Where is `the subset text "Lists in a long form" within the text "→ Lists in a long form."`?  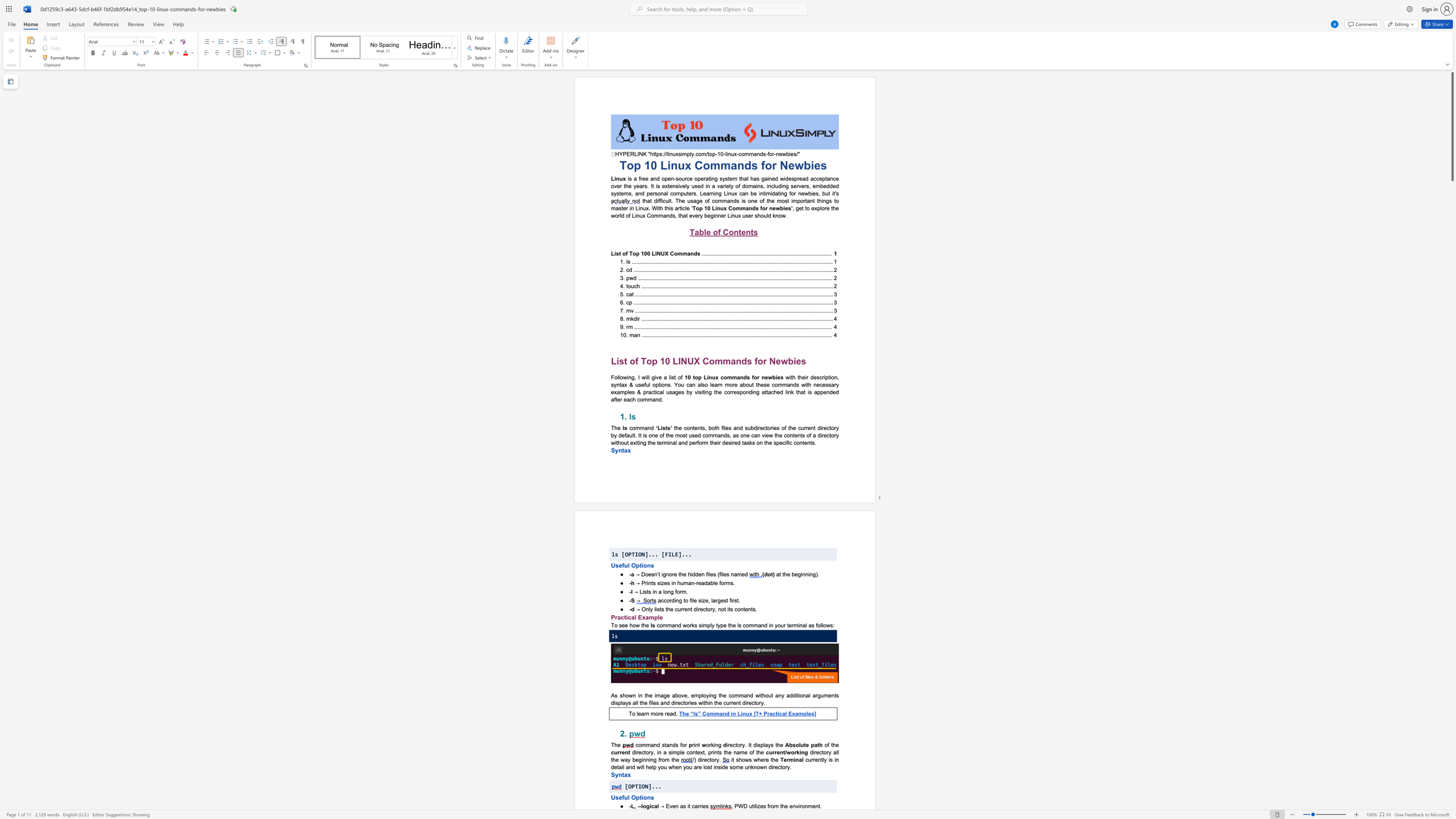
the subset text "Lists in a long form" within the text "→ Lists in a long form." is located at coordinates (639, 591).